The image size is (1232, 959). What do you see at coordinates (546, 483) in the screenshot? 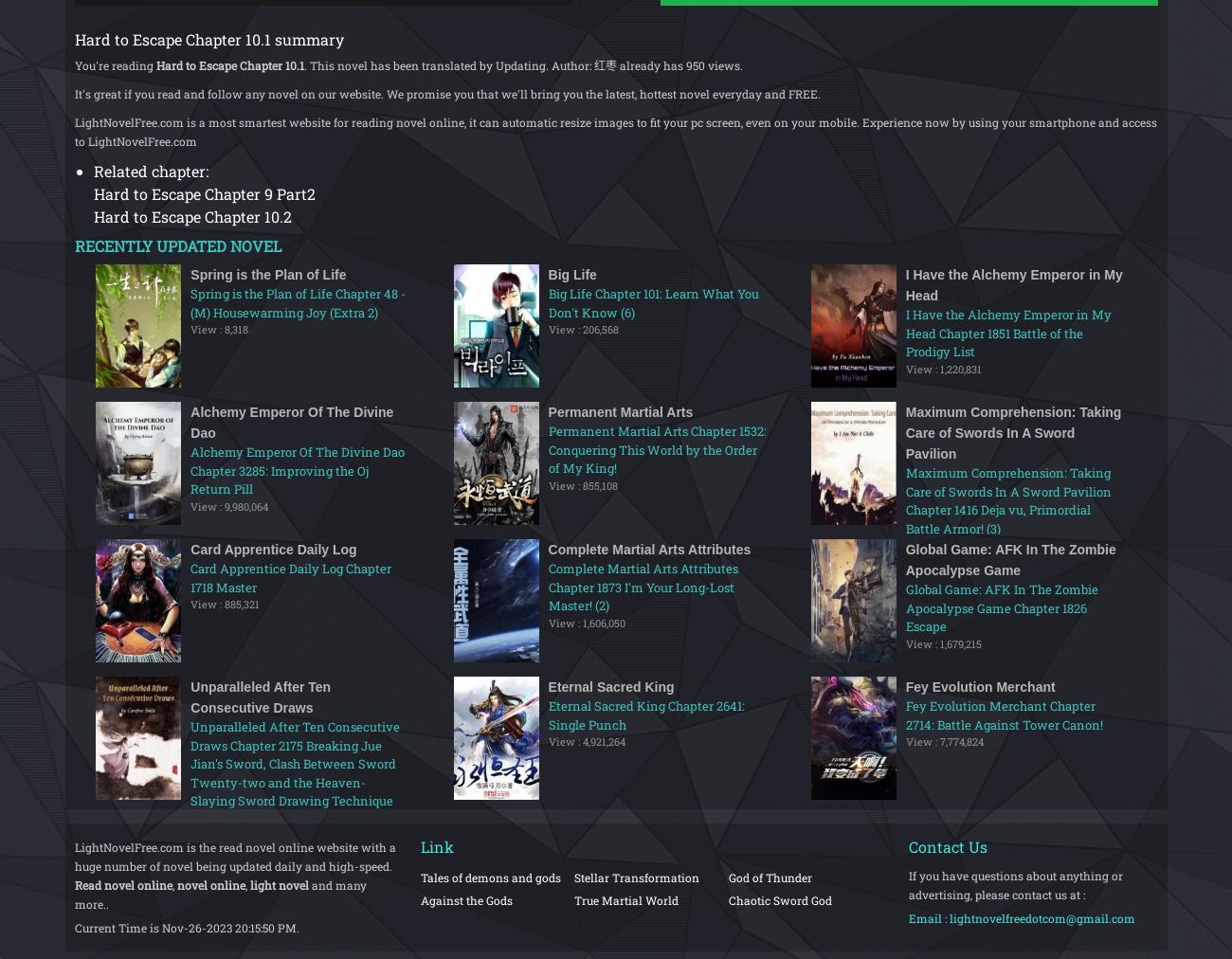
I see `'View : 855,108'` at bounding box center [546, 483].